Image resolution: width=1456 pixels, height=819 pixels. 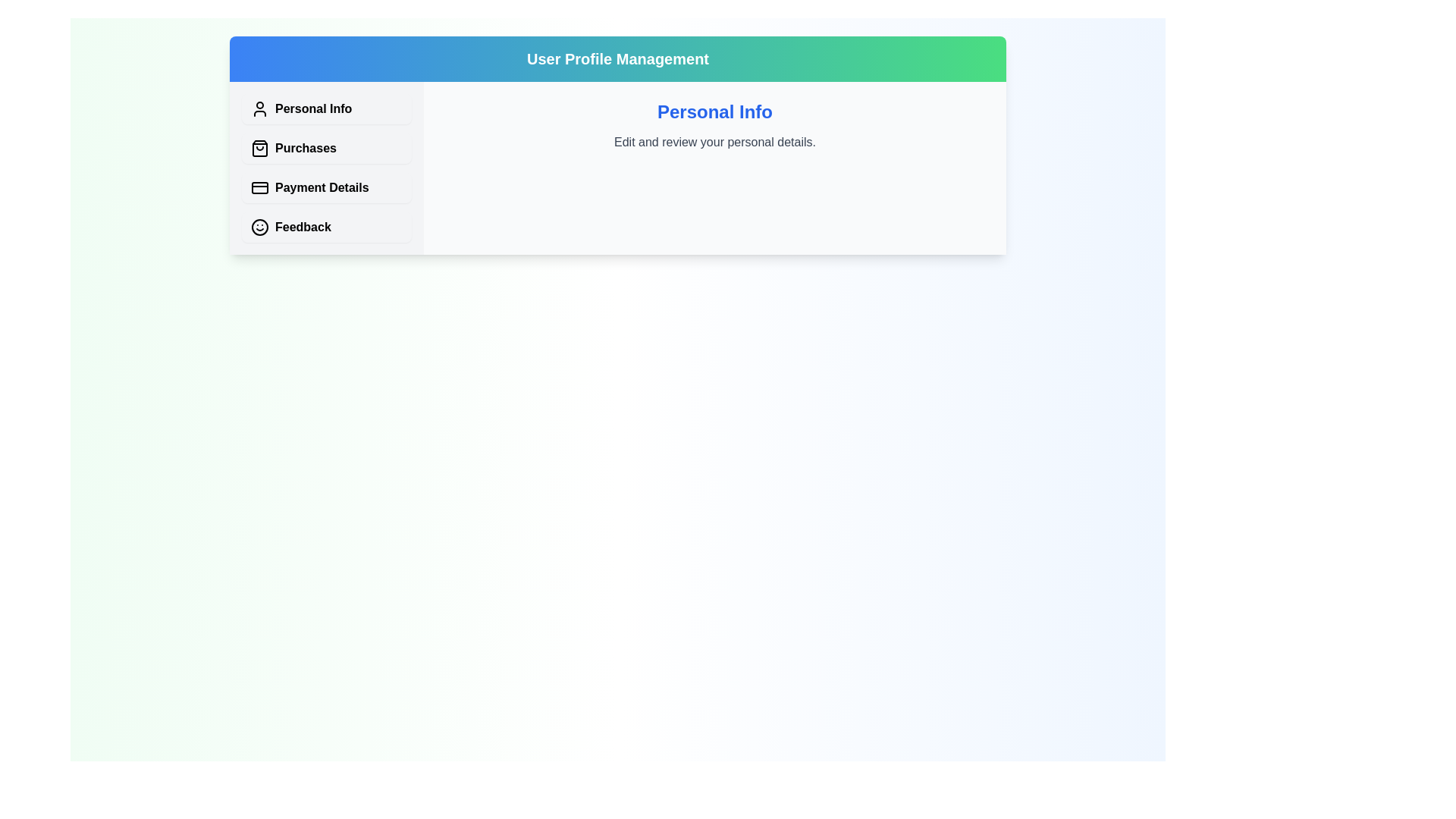 I want to click on the icon for the Personal Info tab, so click(x=259, y=108).